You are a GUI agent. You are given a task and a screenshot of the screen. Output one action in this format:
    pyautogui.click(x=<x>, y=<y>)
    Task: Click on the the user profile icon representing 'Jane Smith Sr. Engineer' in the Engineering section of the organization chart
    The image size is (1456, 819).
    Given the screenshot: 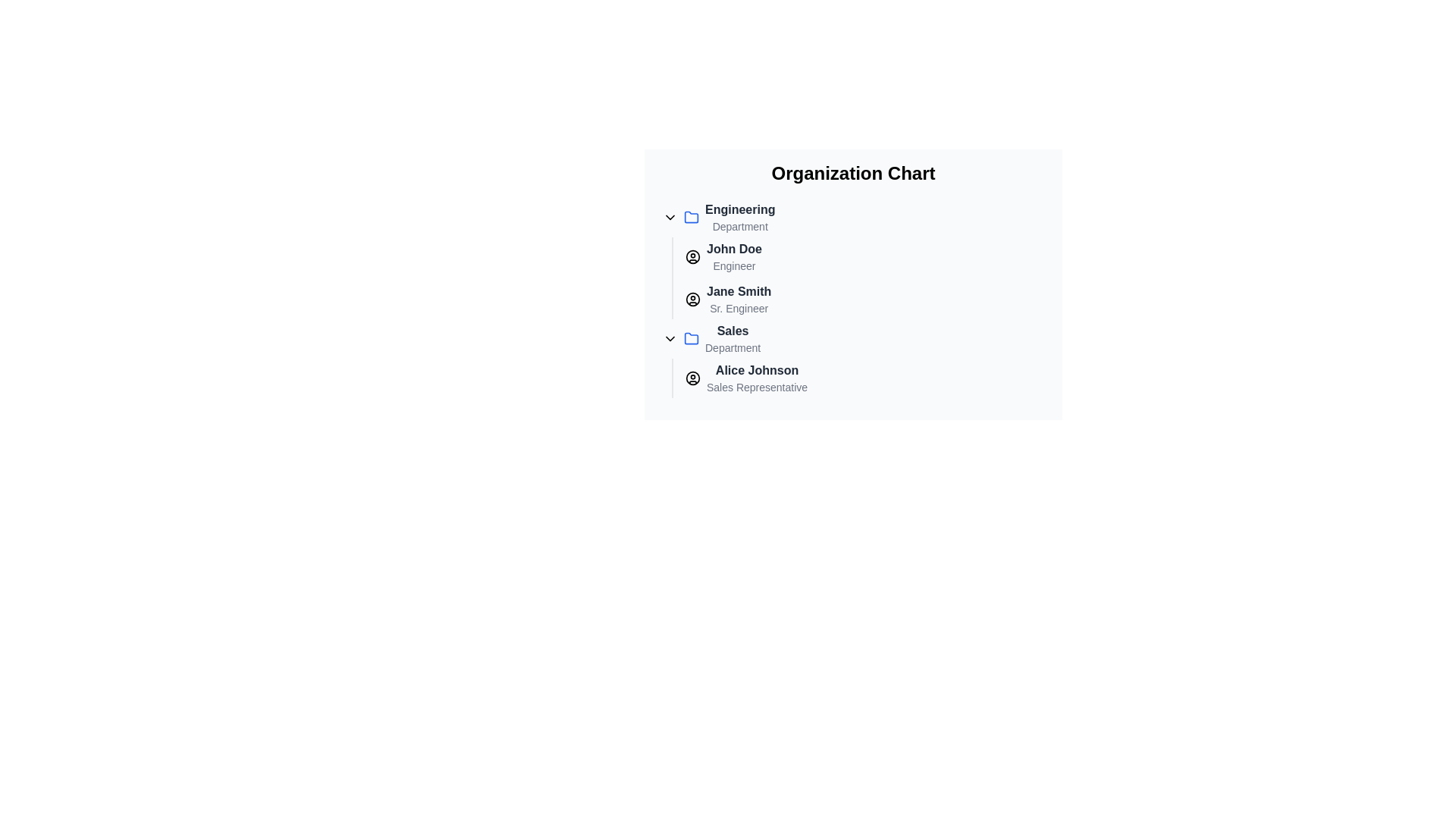 What is the action you would take?
    pyautogui.click(x=692, y=299)
    